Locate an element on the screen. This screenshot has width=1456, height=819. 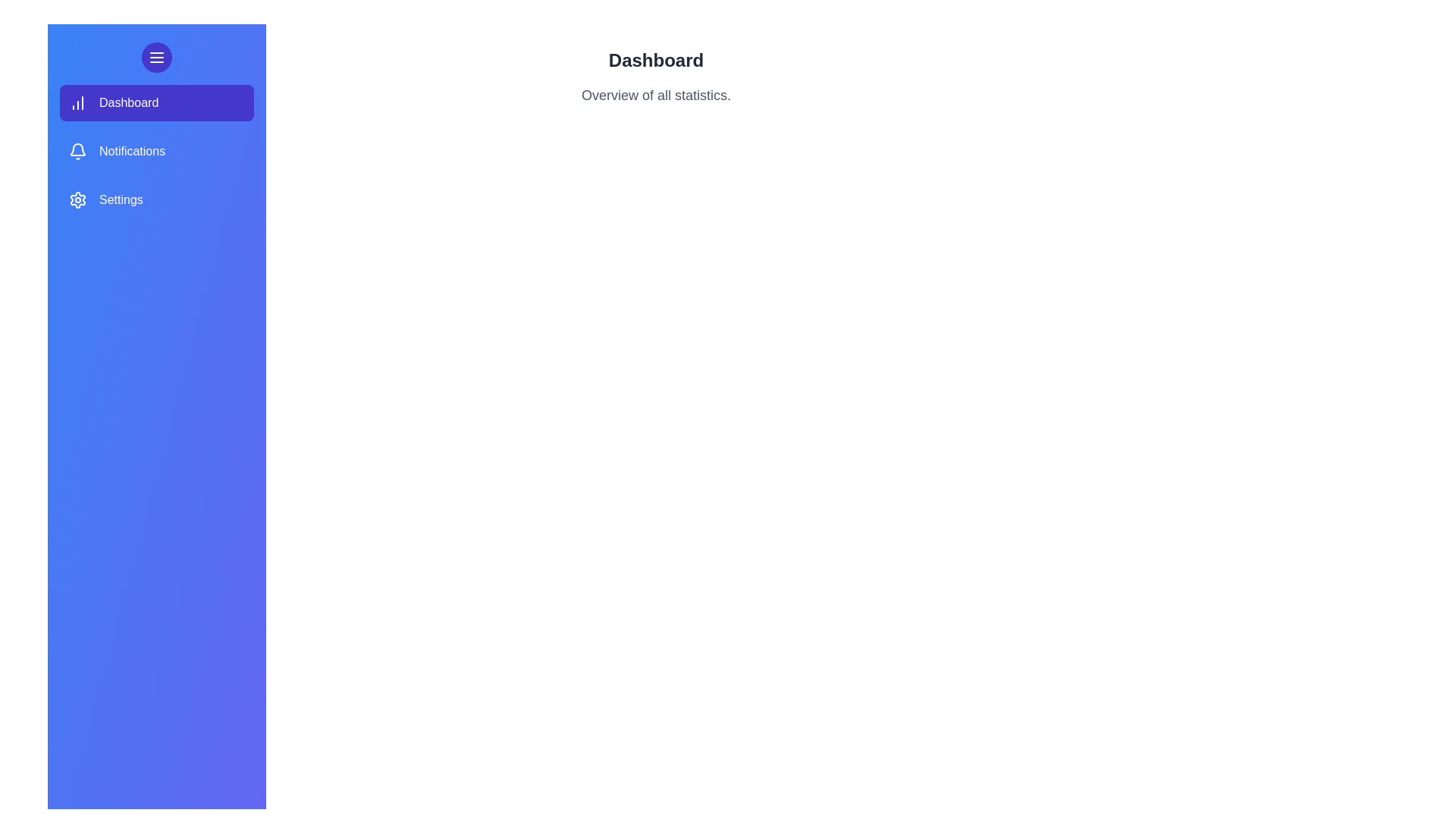
the tab Dashboard from the side menu is located at coordinates (156, 102).